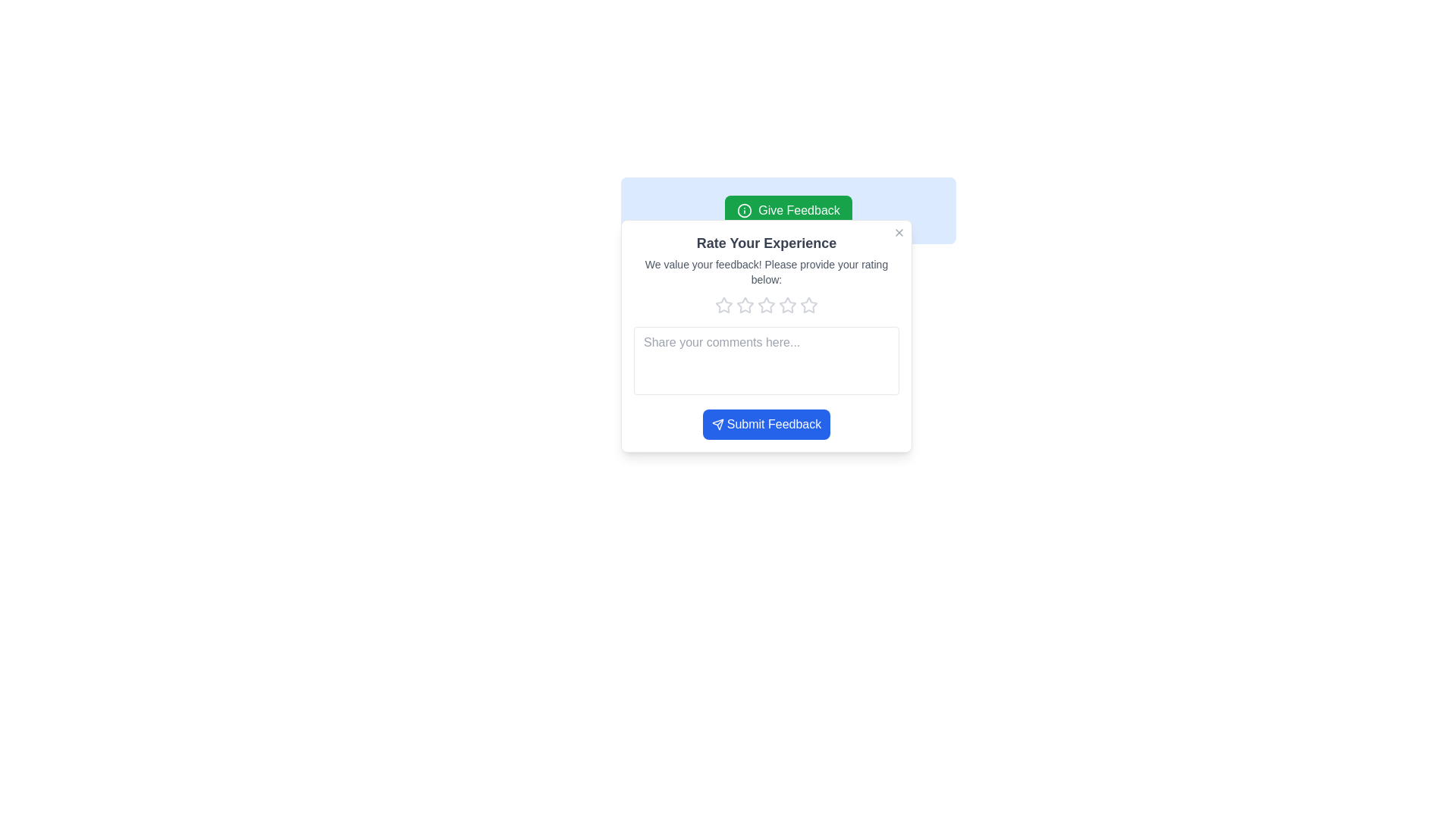 Image resolution: width=1456 pixels, height=819 pixels. What do you see at coordinates (789, 210) in the screenshot?
I see `the centrally located feedback button above the 'Rate Your Experience' section to initiate the feedback submission process` at bounding box center [789, 210].